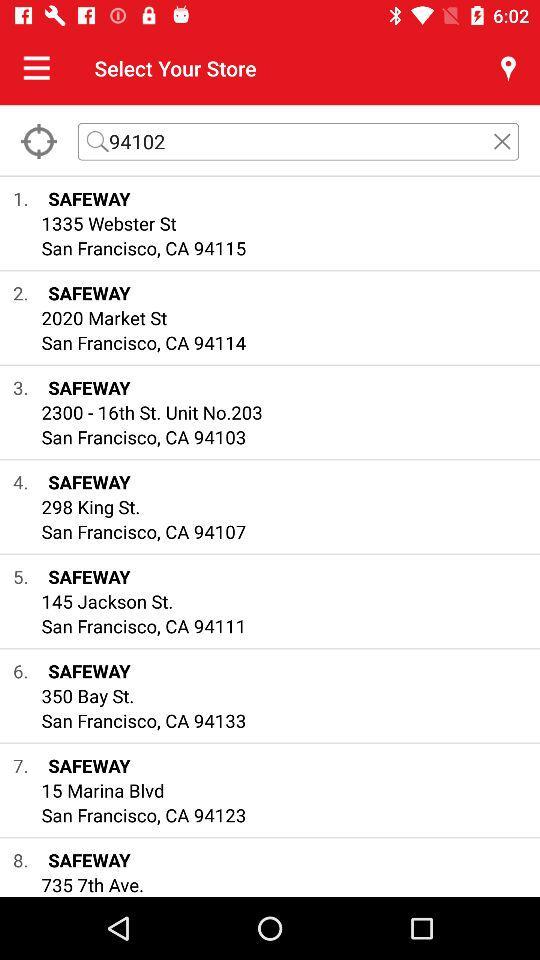 This screenshot has height=960, width=540. What do you see at coordinates (501, 140) in the screenshot?
I see `the close icon` at bounding box center [501, 140].